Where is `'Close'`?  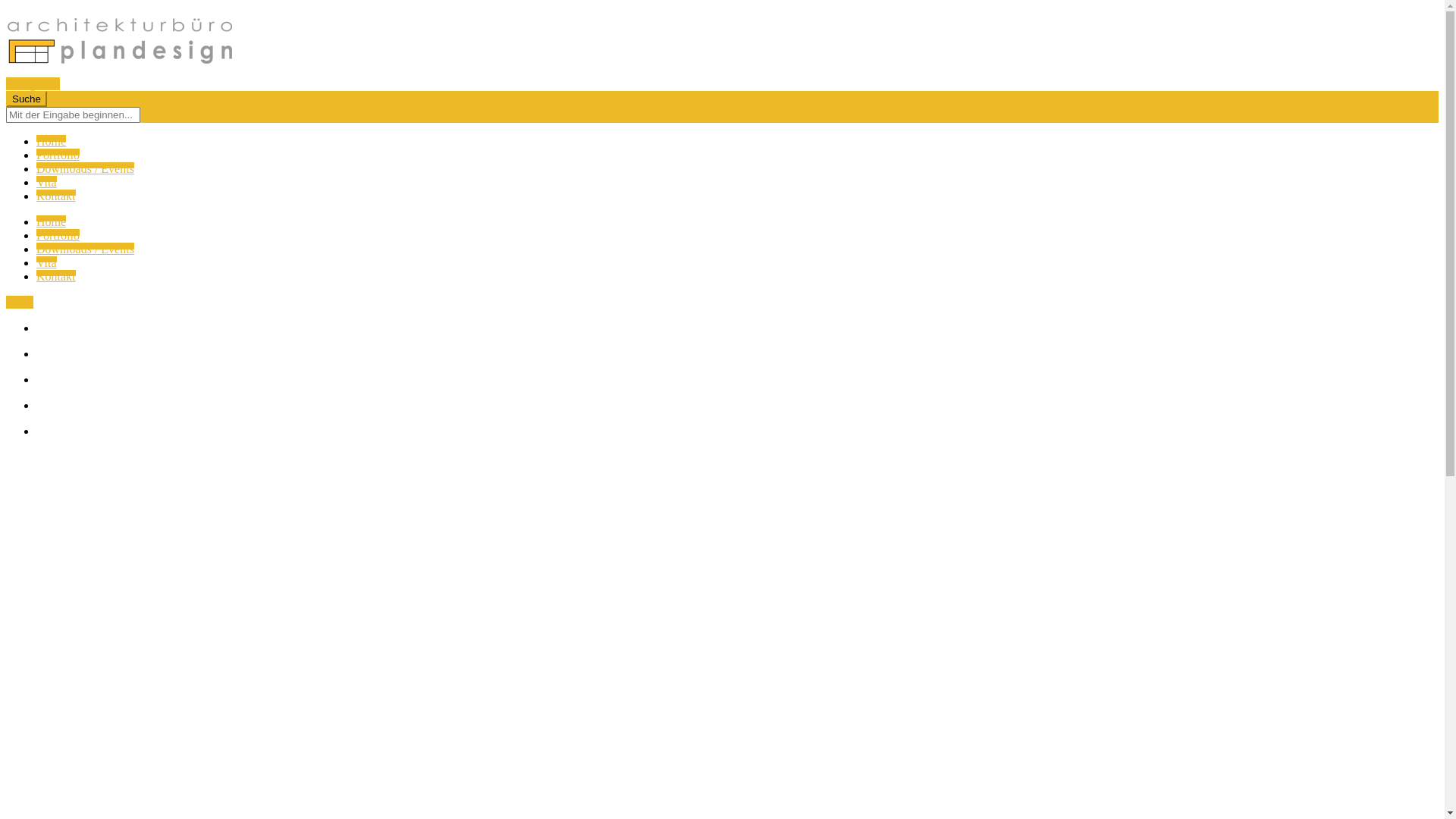
'Close' is located at coordinates (19, 302).